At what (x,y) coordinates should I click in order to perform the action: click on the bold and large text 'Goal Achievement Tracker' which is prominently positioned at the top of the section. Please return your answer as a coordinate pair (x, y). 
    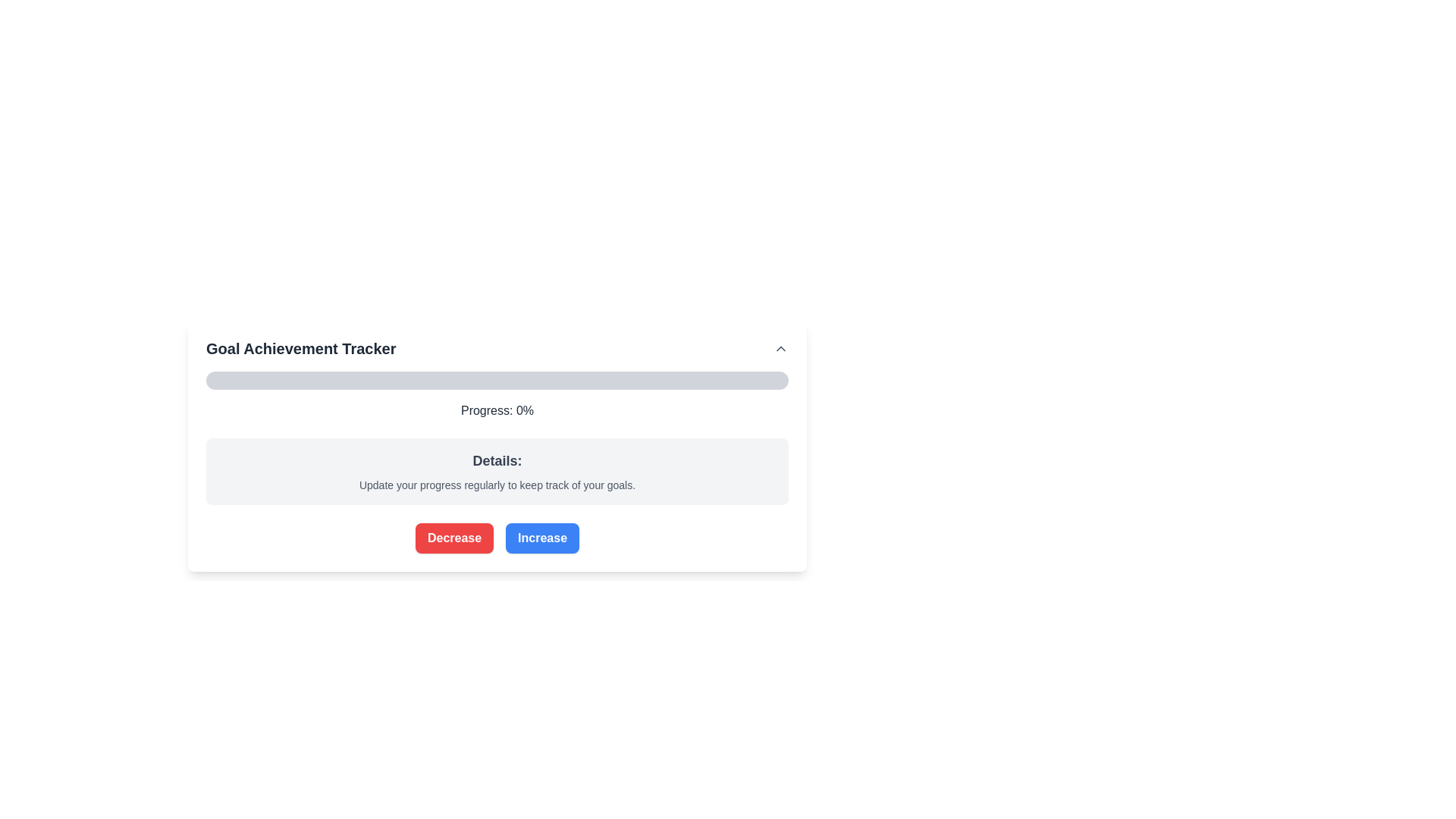
    Looking at the image, I should click on (301, 348).